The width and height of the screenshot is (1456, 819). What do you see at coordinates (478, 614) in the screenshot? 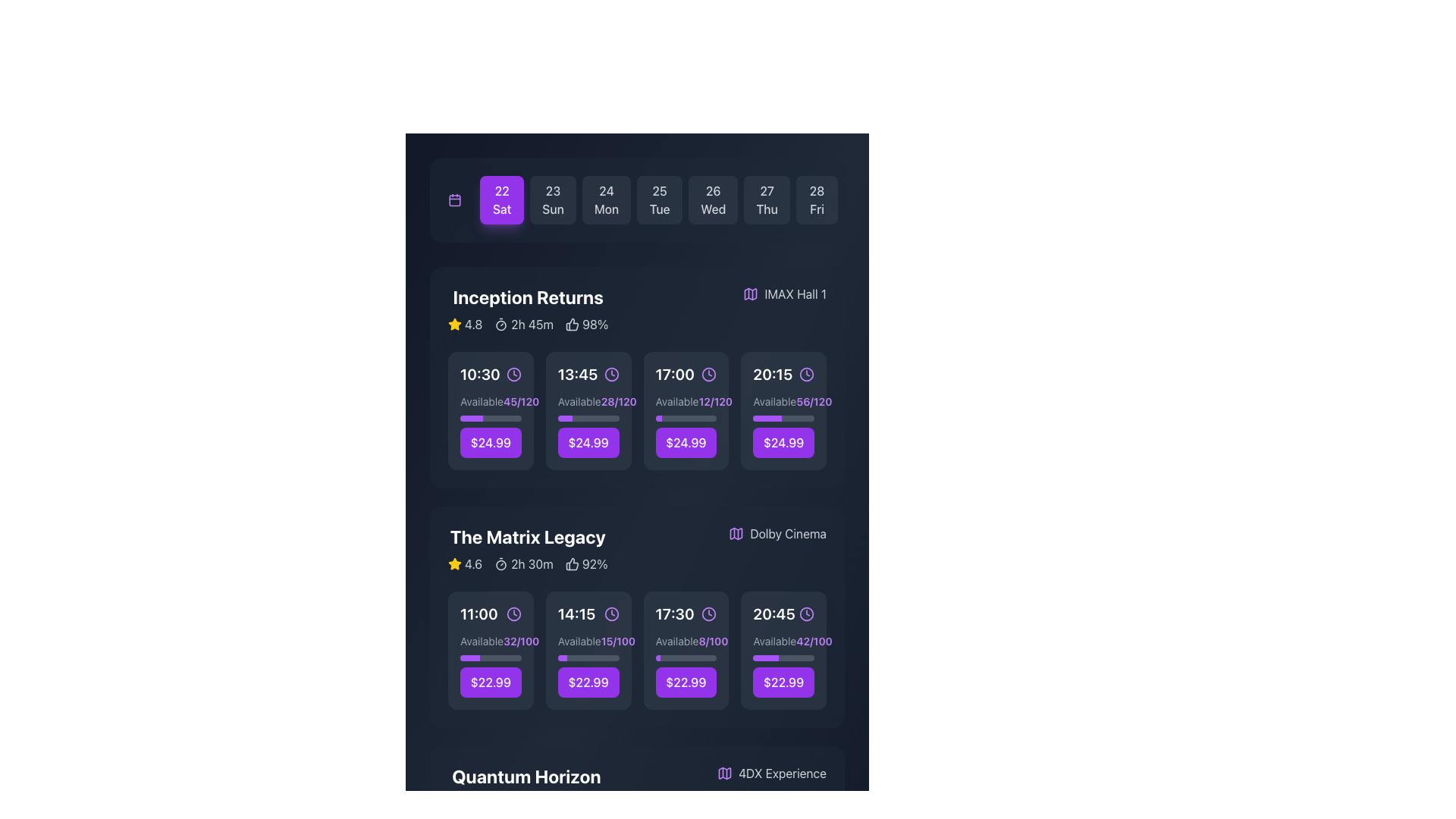
I see `time displayed for the movie 'The Matrix Legacy' at the showtime '11:00', located in the first column of the second row of showtimes` at bounding box center [478, 614].